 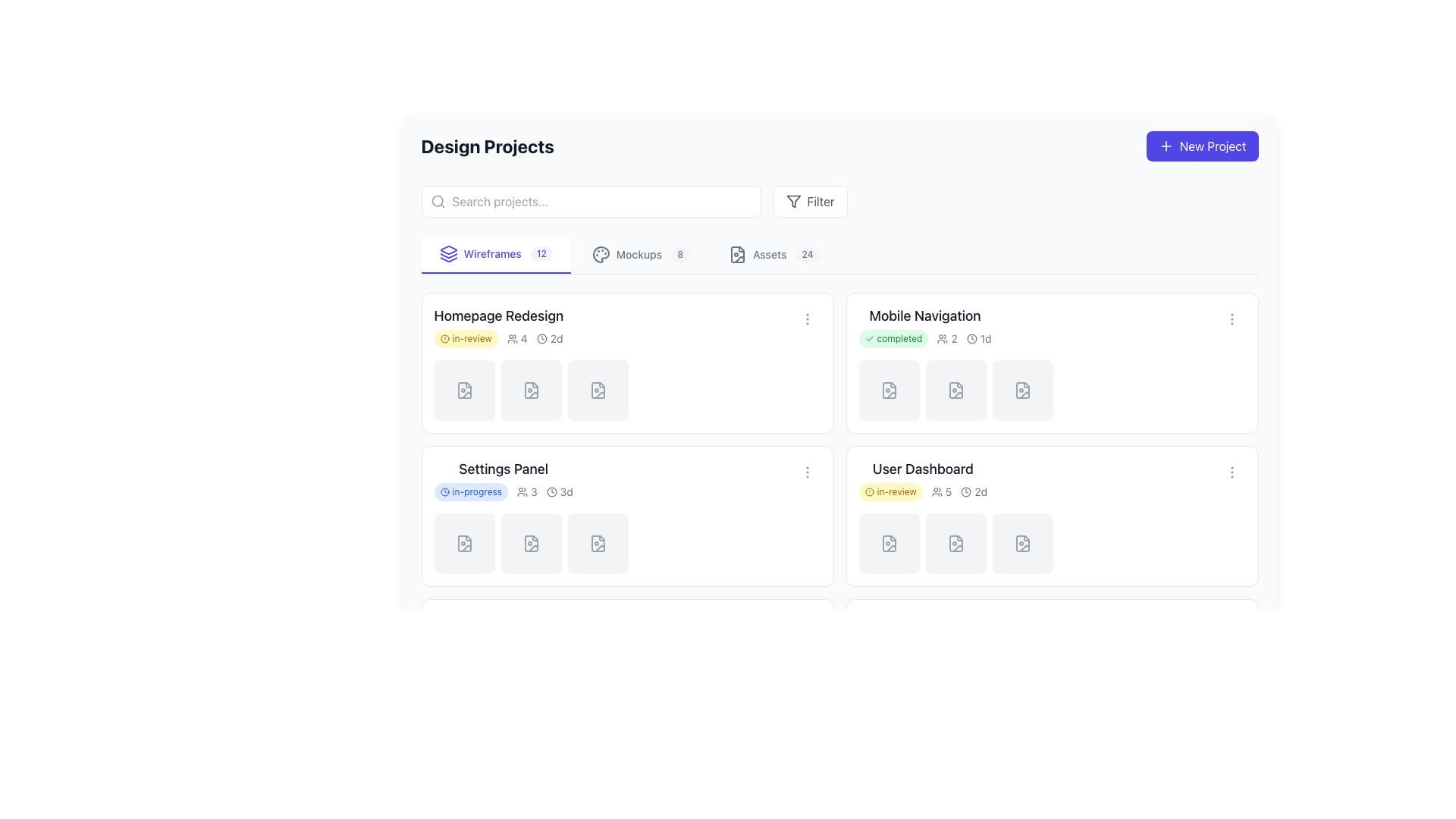 I want to click on the adjacent elements of the completed status badge located in the top-right corner of the 'Mobile Navigation' design project card, so click(x=893, y=338).